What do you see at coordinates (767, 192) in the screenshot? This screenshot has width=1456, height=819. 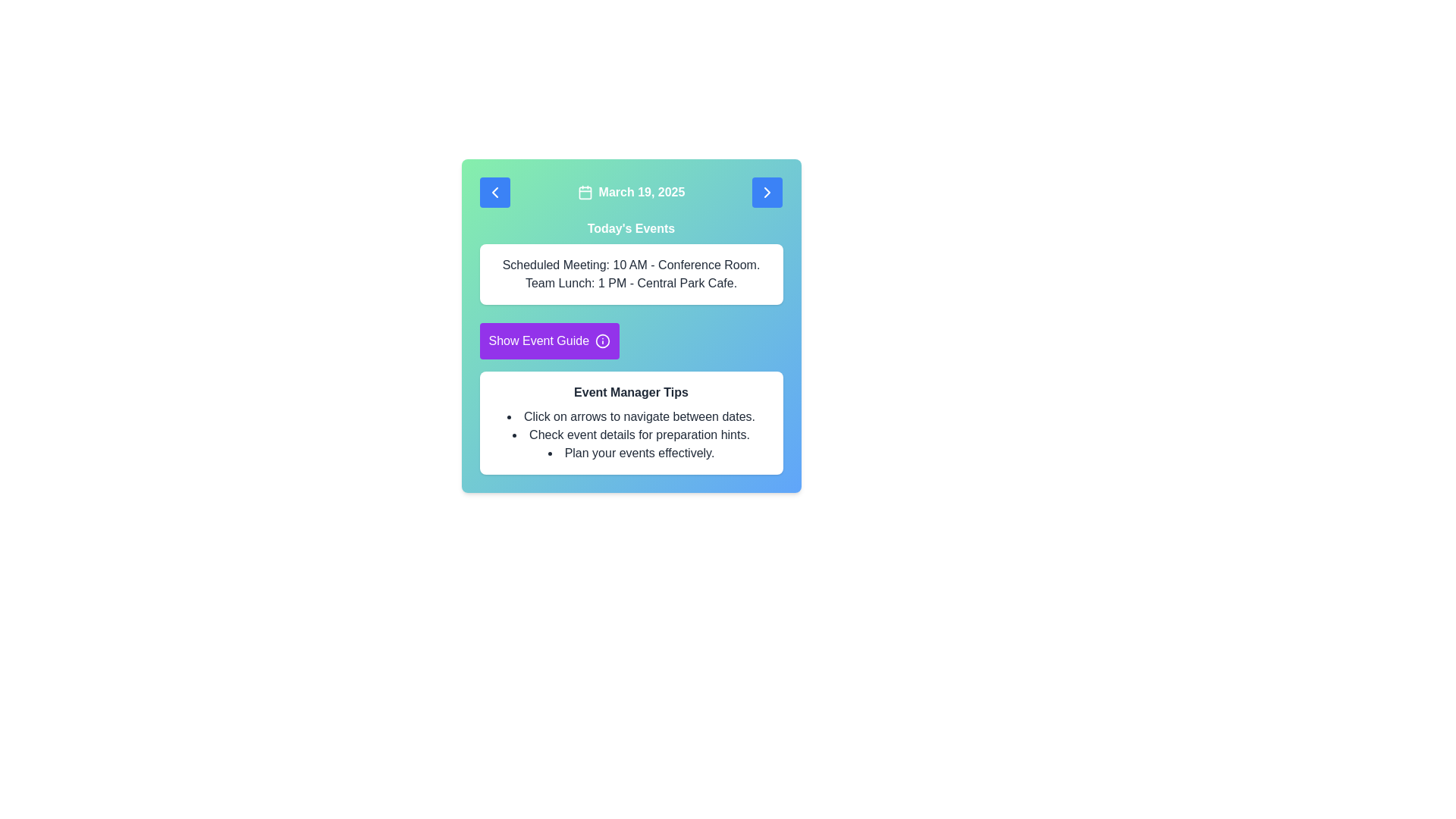 I see `the navigation button located at the top-right corner of the card` at bounding box center [767, 192].